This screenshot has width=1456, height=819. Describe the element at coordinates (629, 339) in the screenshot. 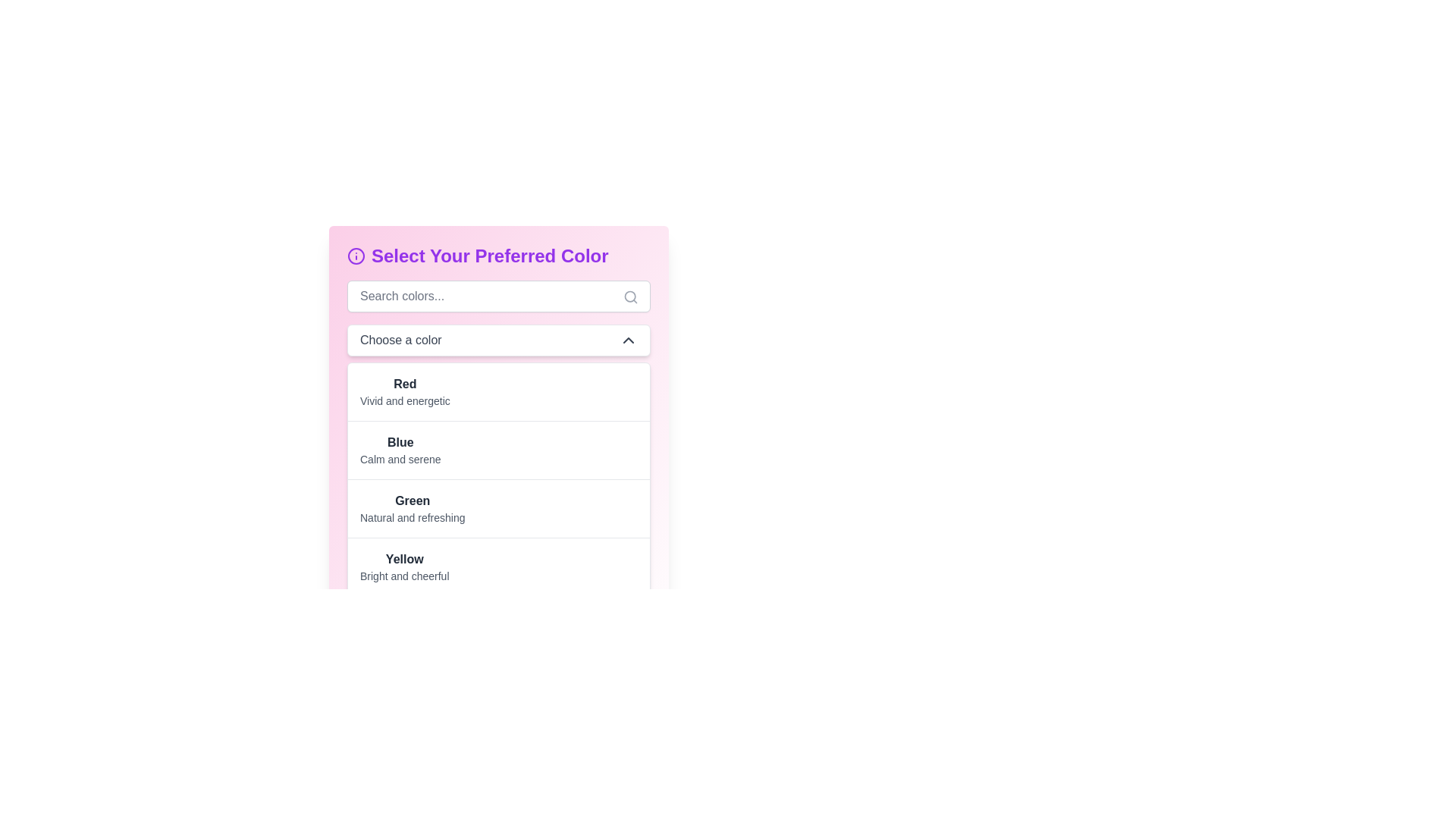

I see `the small upward-pointing chevron icon located to the right of the 'Choose a color' text` at that location.